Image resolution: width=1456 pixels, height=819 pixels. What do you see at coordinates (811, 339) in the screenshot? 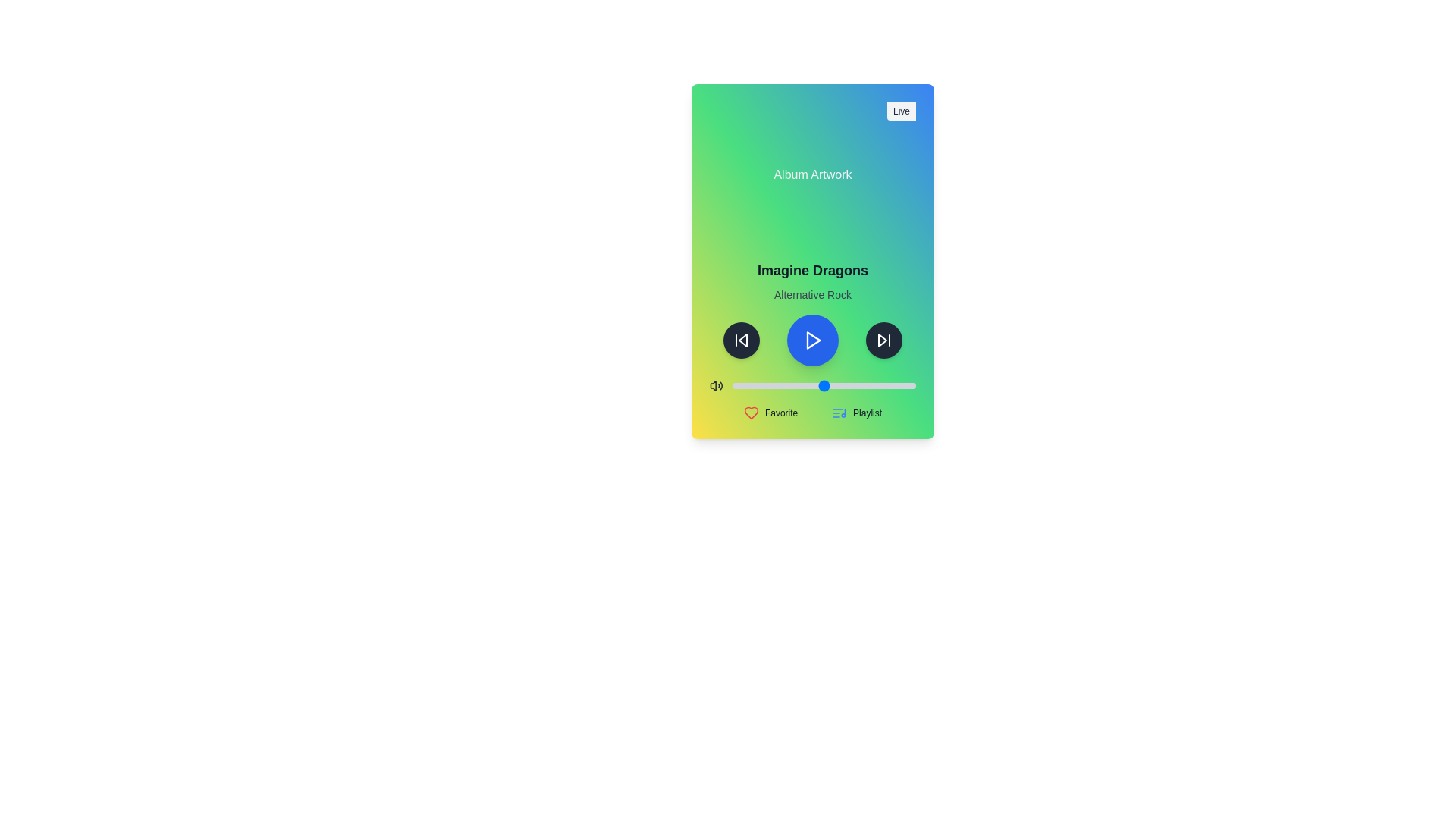
I see `the play button icon located at the bottom-center of the card` at bounding box center [811, 339].